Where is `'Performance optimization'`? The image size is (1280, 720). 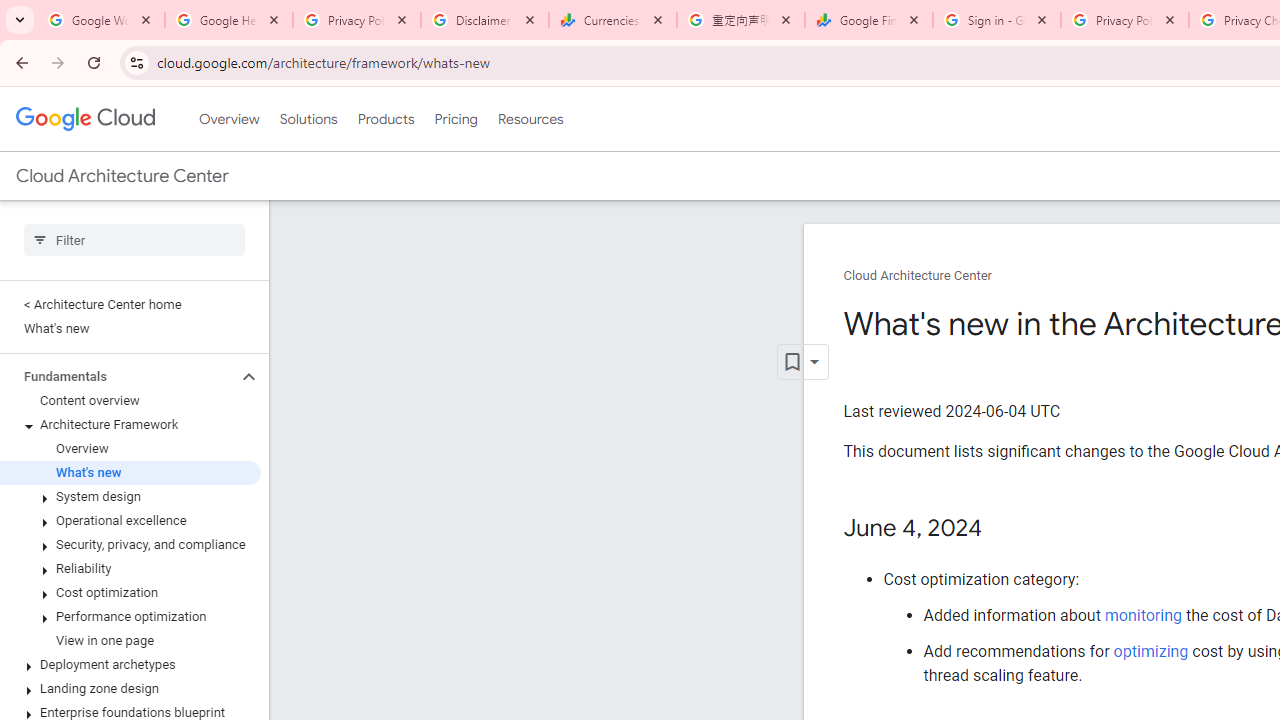
'Performance optimization' is located at coordinates (129, 616).